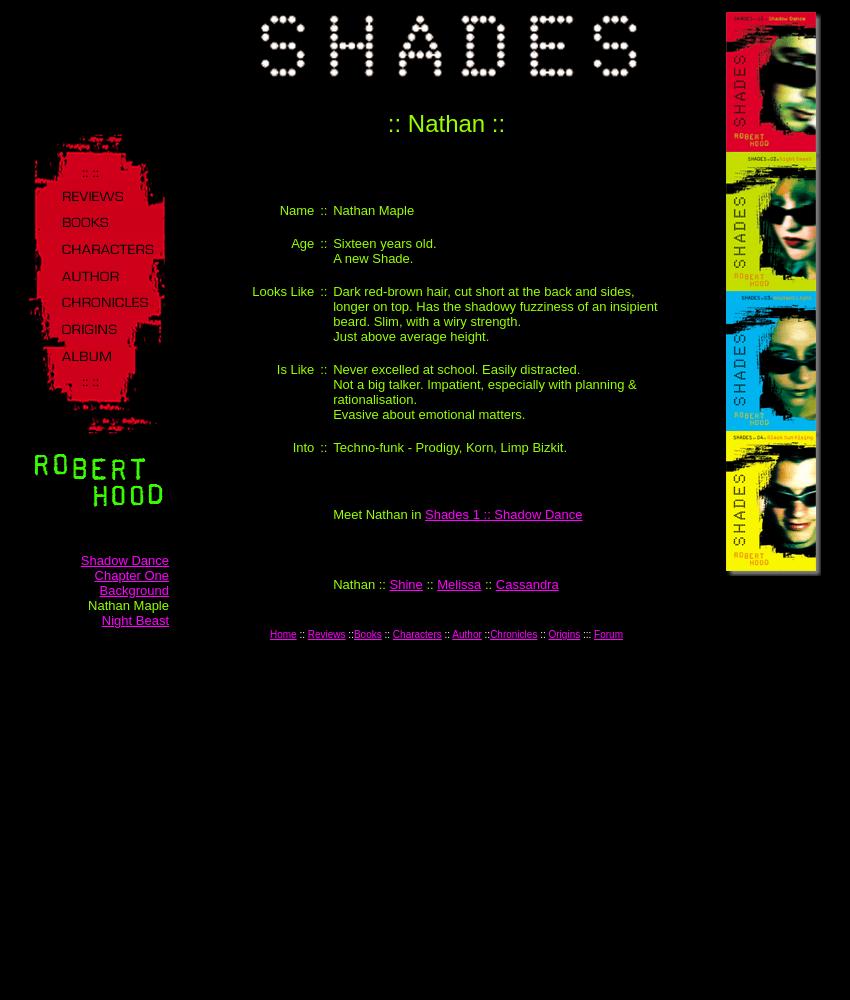 Image resolution: width=850 pixels, height=1000 pixels. Describe the element at coordinates (503, 514) in the screenshot. I see `'Shades 1 :: Shadow Dance'` at that location.